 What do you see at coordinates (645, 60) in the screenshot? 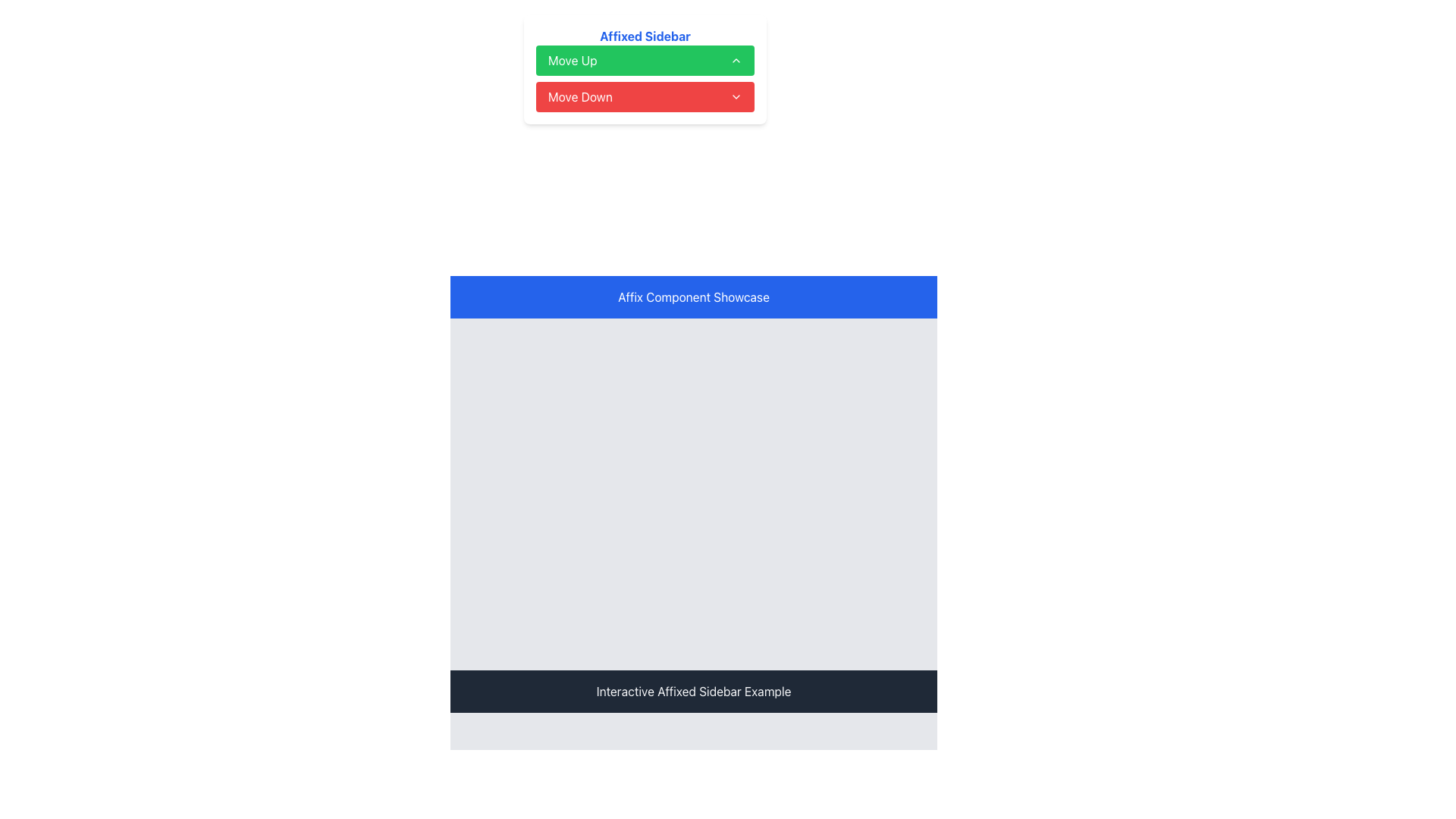
I see `the 'Move Up' button located at the top of the vertical stack under 'Affixed Sidebar' to observe the hover effect` at bounding box center [645, 60].